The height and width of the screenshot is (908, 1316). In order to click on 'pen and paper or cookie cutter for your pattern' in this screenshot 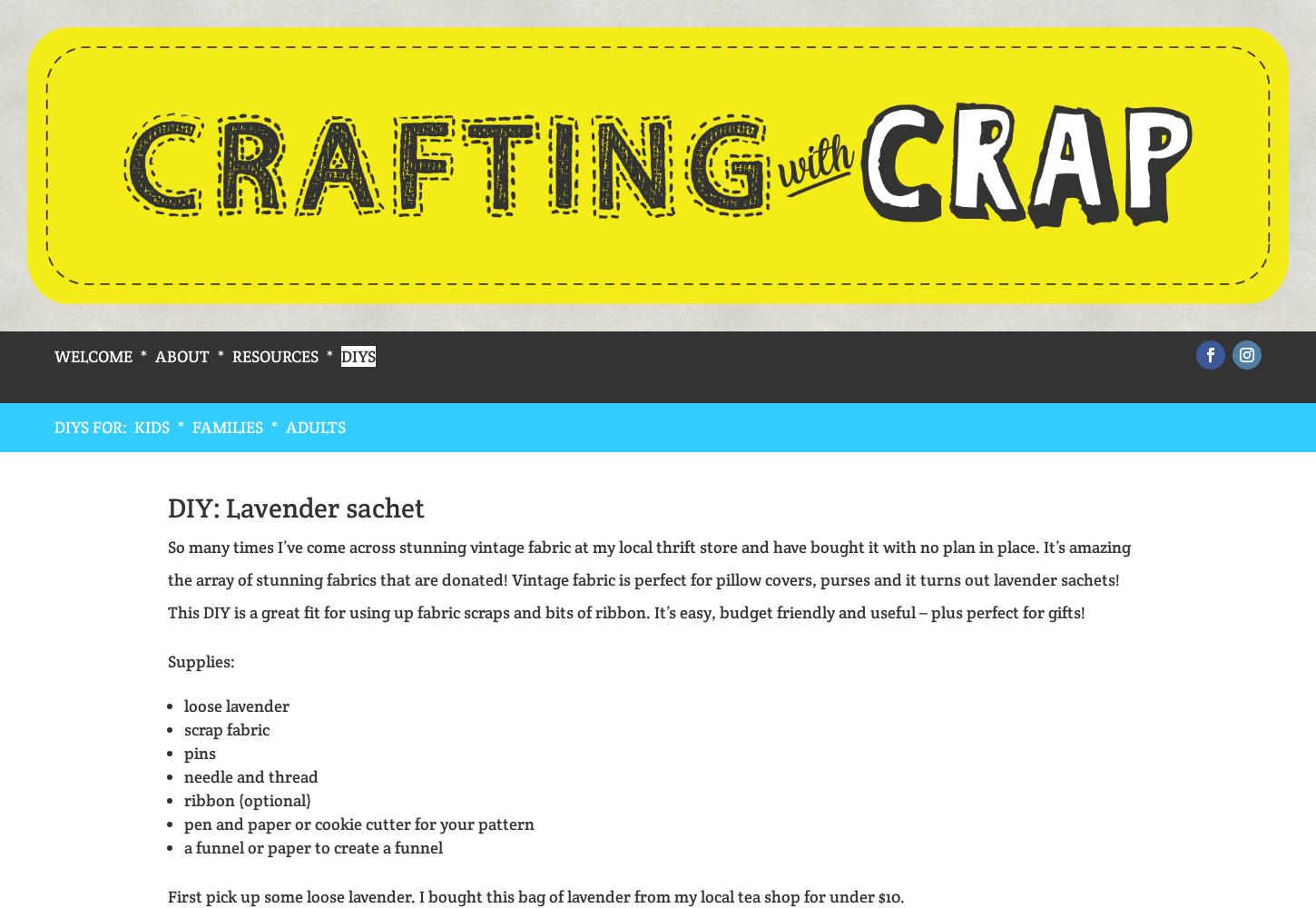, I will do `click(358, 823)`.